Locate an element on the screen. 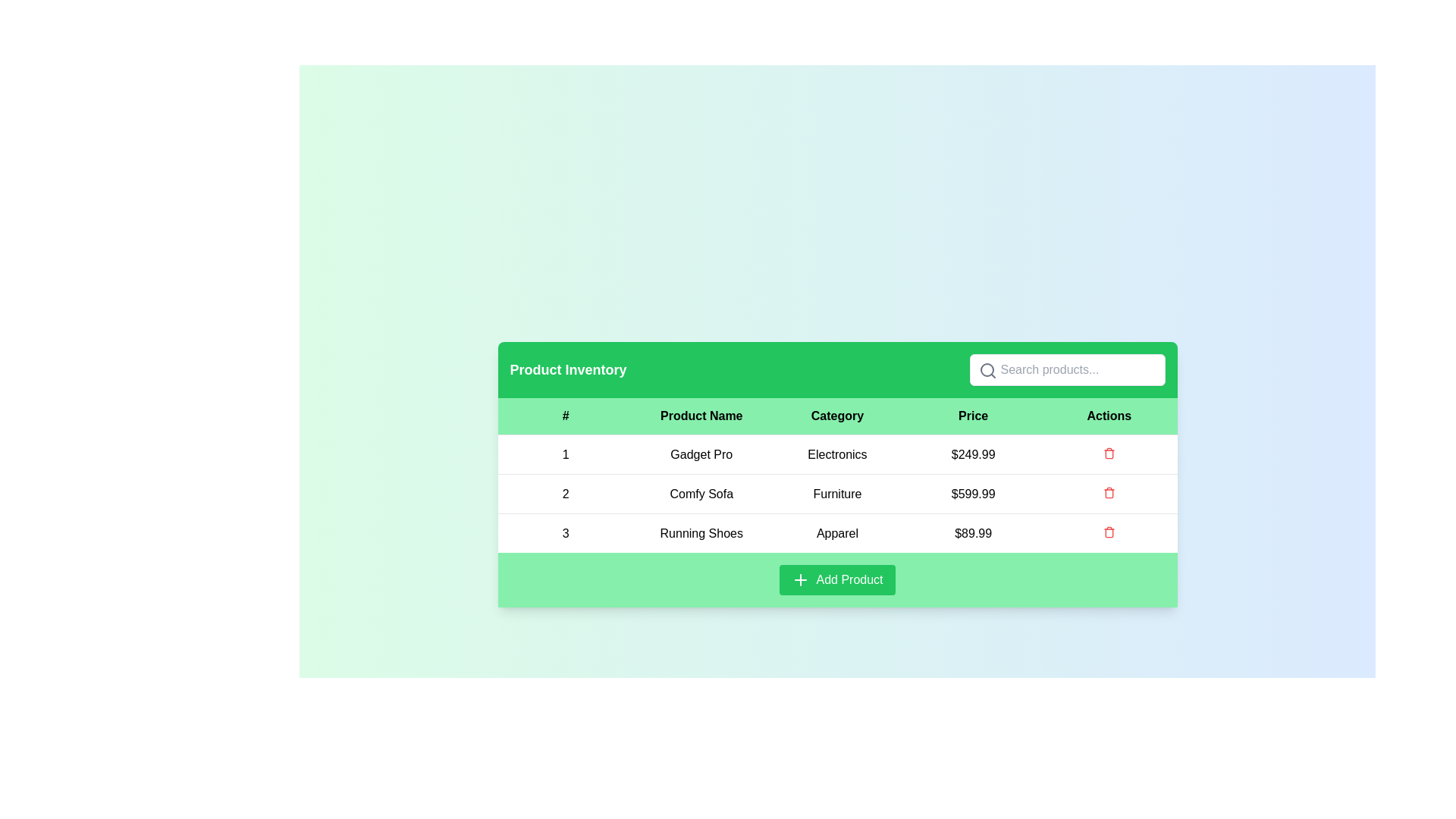 This screenshot has width=1456, height=819. the green button labeled 'Add Product' with a white '+' icon is located at coordinates (836, 579).